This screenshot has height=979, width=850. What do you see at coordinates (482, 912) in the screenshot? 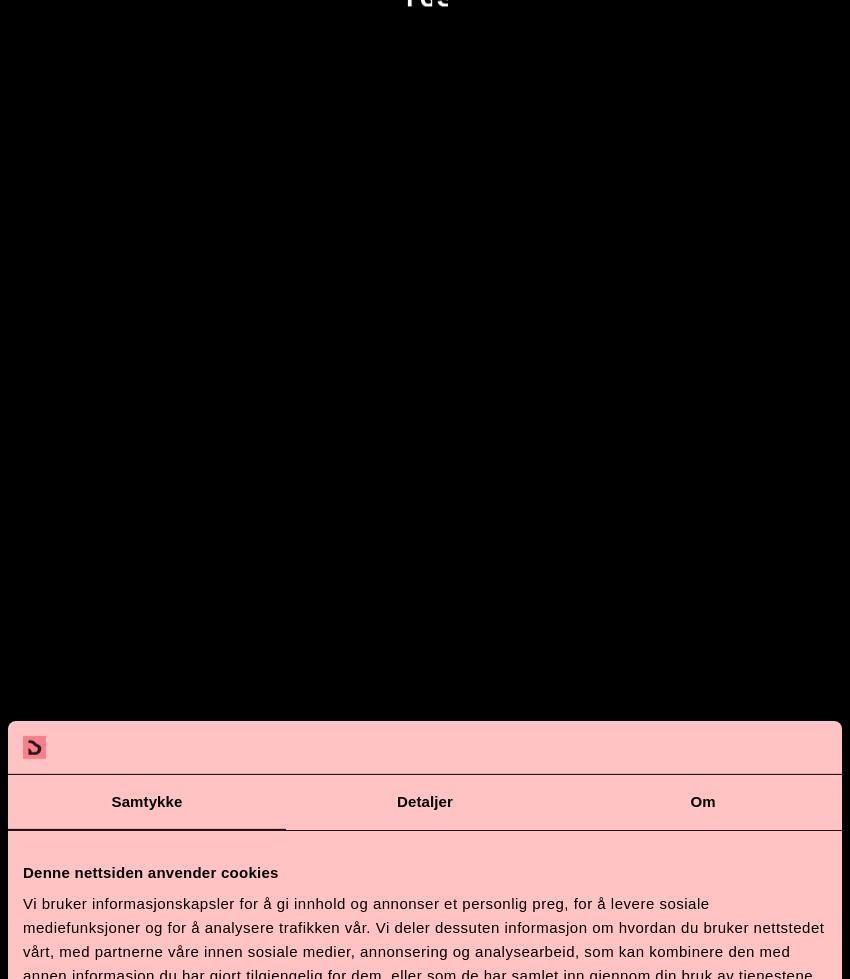
I see `'l'` at bounding box center [482, 912].